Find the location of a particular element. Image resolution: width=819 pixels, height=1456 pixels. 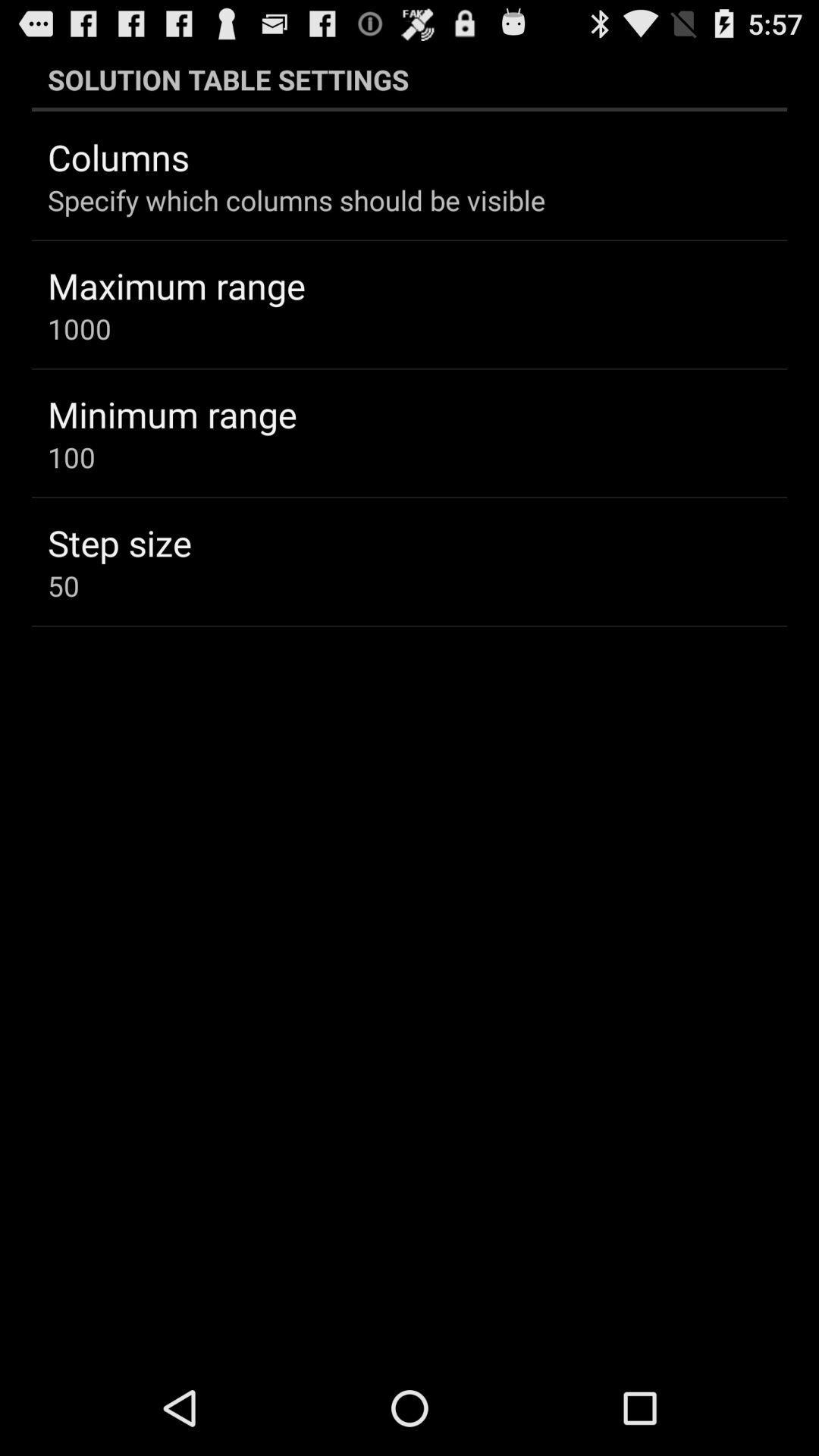

app above the columns icon is located at coordinates (409, 79).